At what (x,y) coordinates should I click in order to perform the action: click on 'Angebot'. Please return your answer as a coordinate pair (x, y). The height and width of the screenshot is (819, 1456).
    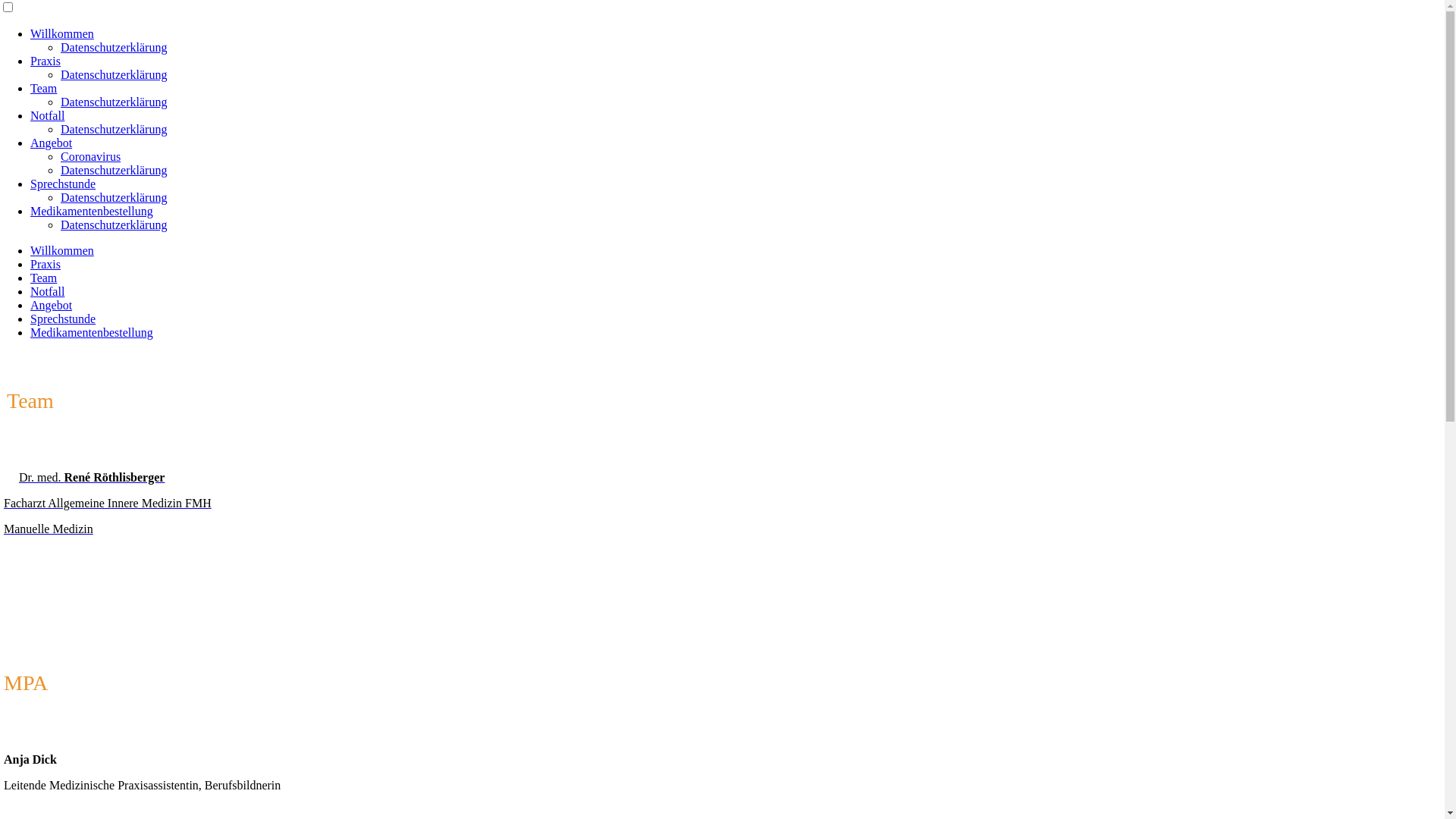
    Looking at the image, I should click on (51, 305).